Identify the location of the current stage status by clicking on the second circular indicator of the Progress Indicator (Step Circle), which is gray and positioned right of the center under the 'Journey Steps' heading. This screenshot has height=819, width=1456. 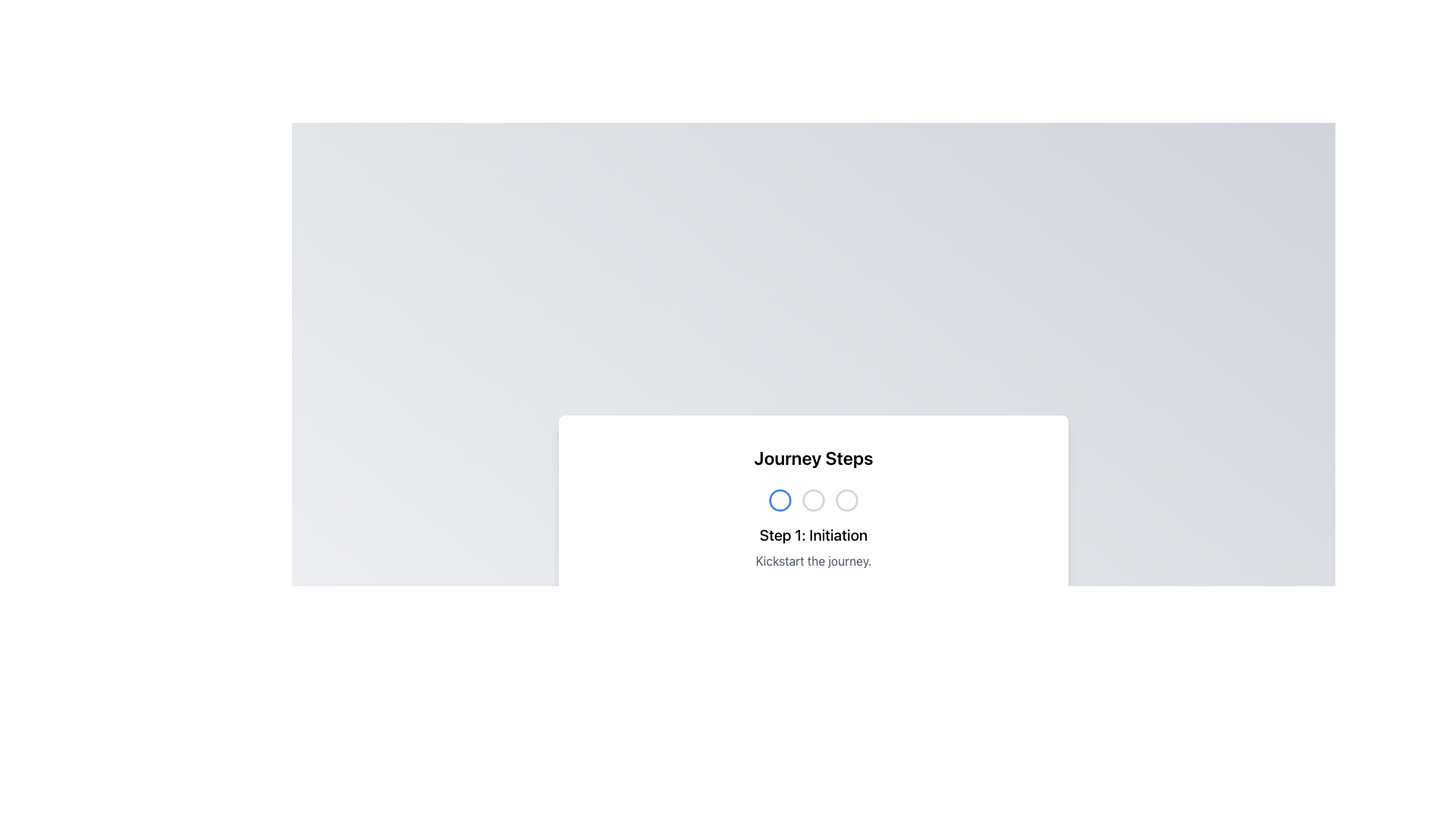
(813, 500).